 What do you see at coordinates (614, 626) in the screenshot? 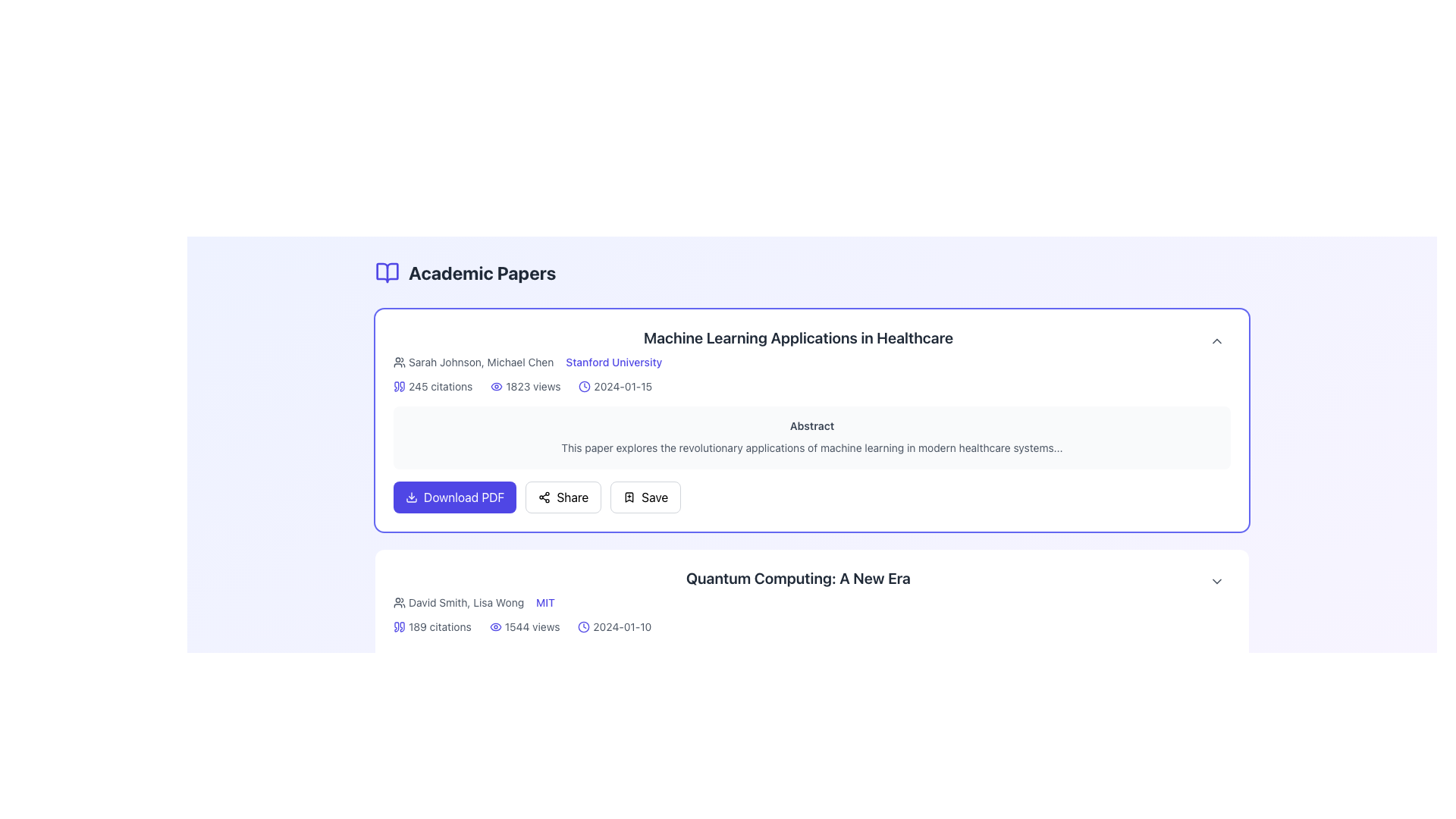
I see `the text label displaying '2024-01-10' with a circular clock icon to its left, positioned as the last element in the second entry of a list` at bounding box center [614, 626].